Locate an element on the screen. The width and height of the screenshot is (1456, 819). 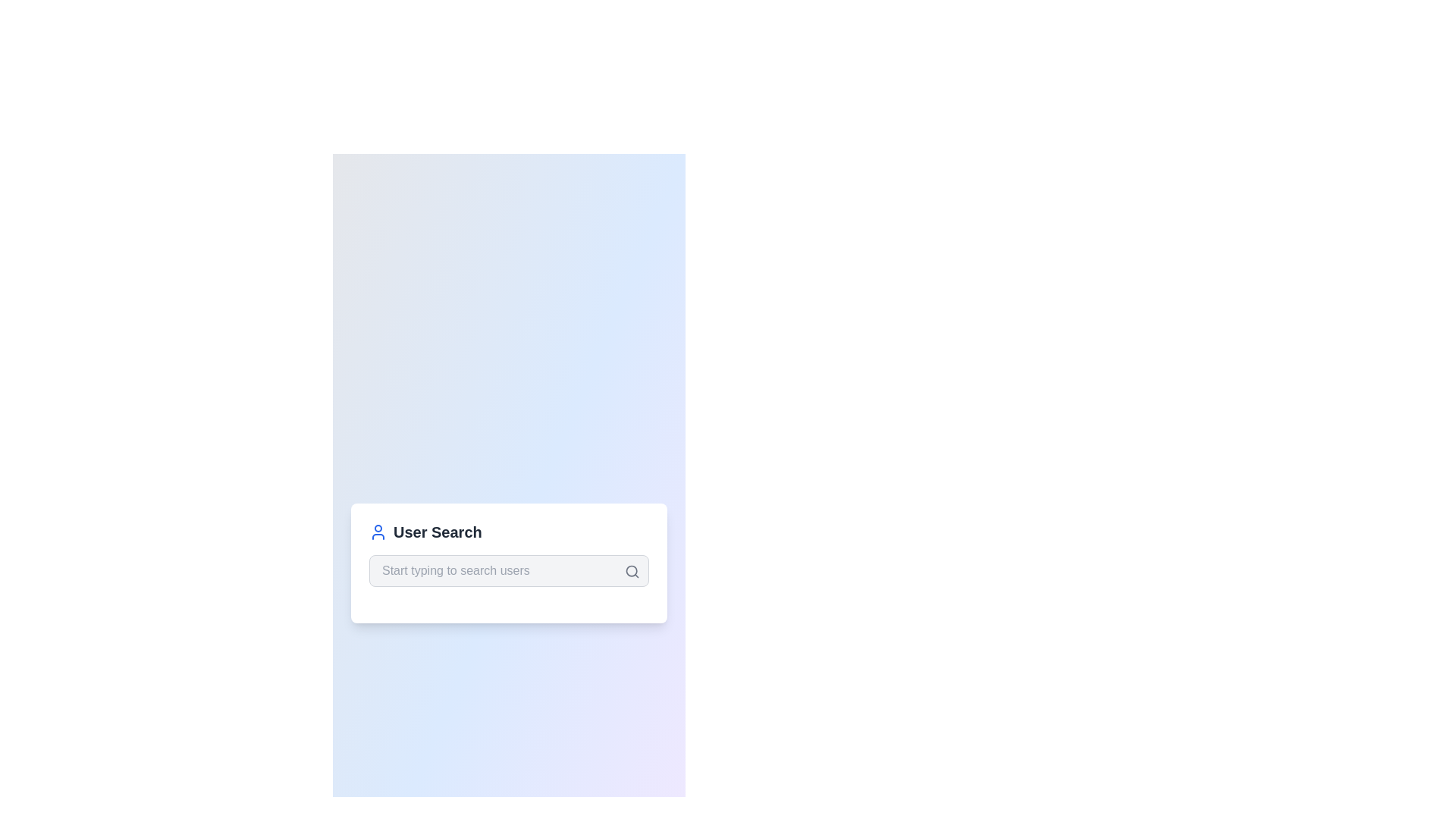
the light gray text input field with rounded corners, which contains the placeholder text 'Start typing to search users' is located at coordinates (509, 570).